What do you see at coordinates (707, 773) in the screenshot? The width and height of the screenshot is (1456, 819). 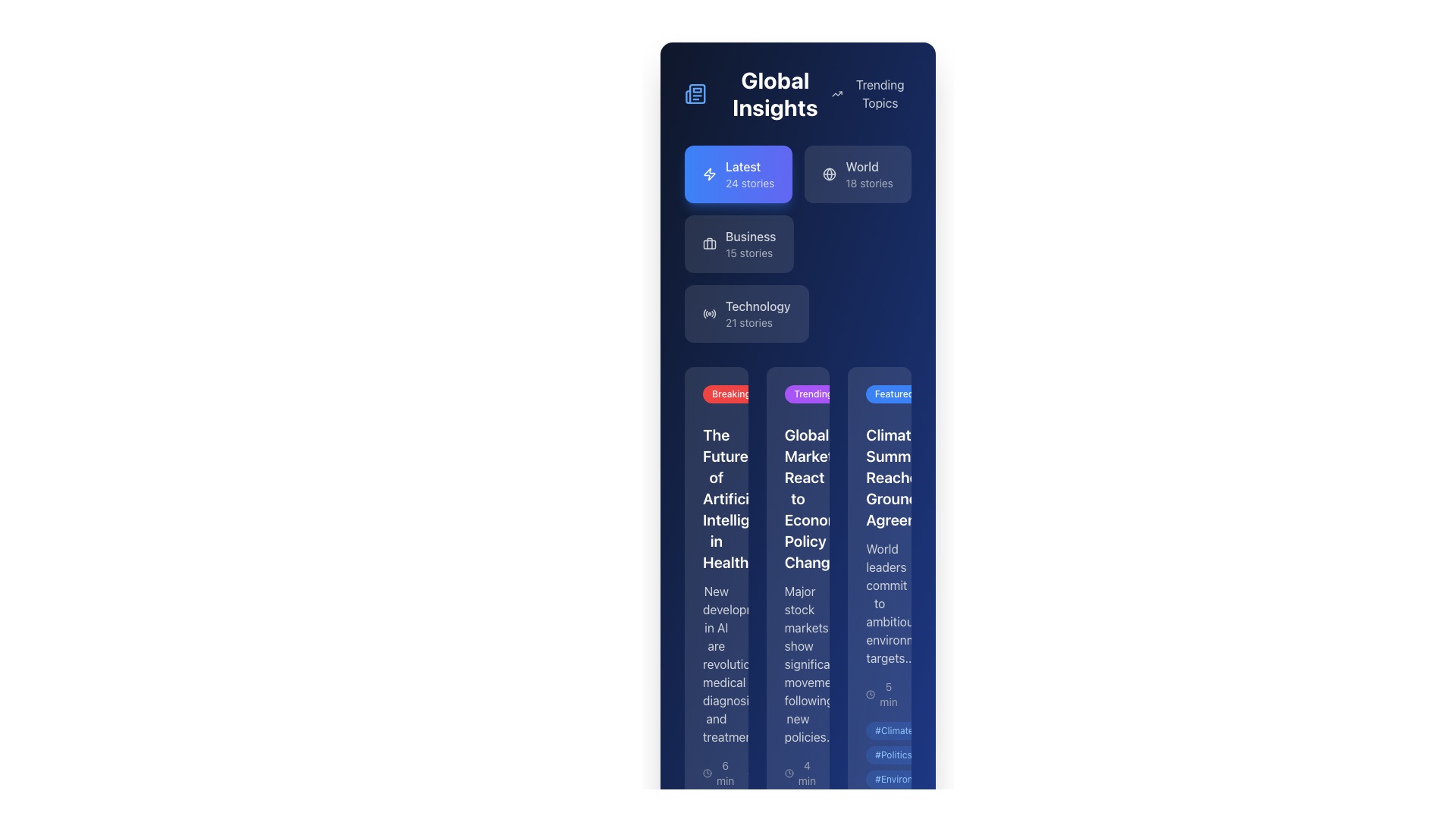 I see `the SVG circle that is part of the clock icon located at the bottom left of the news article details column` at bounding box center [707, 773].